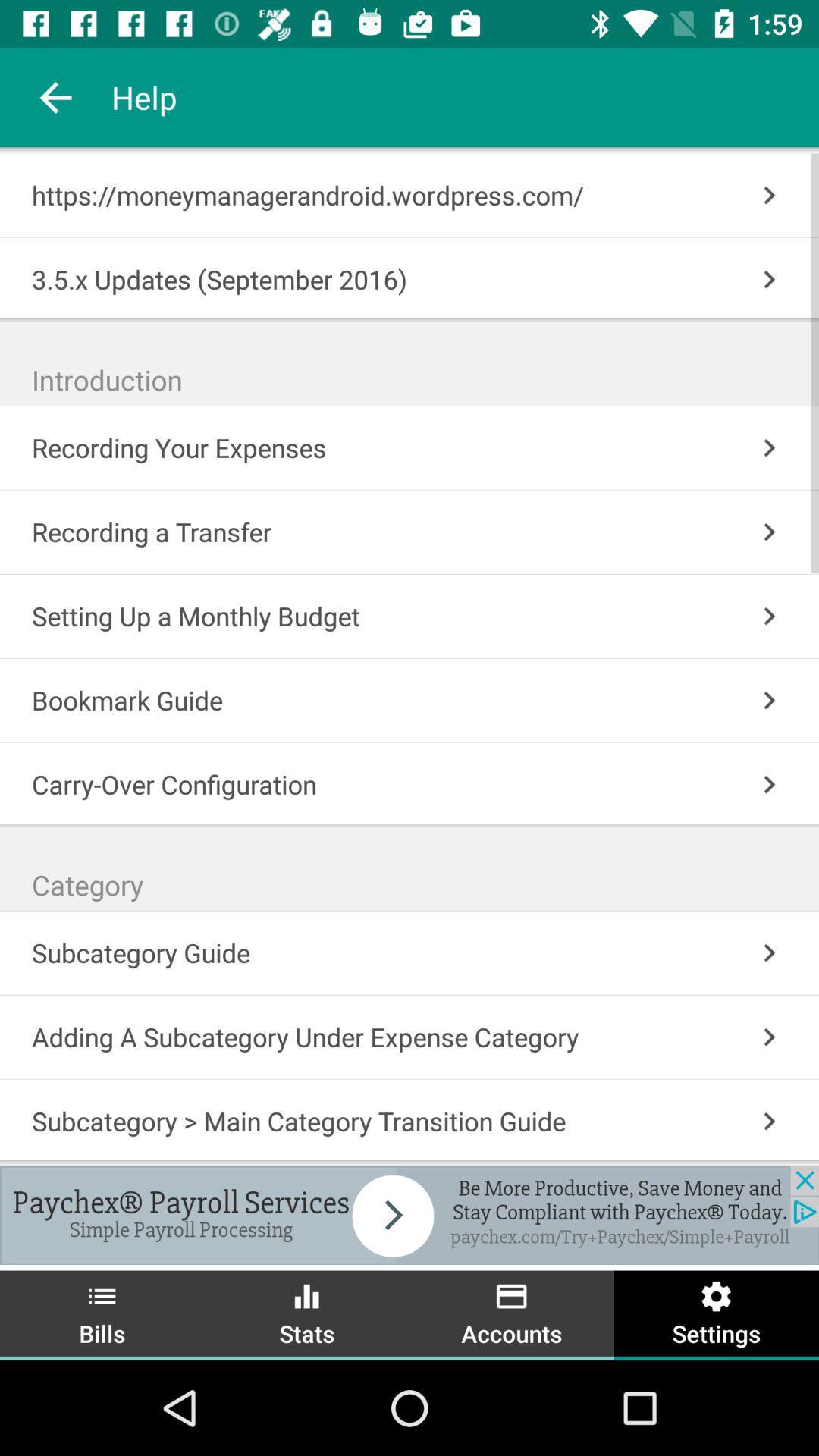 The width and height of the screenshot is (819, 1456). What do you see at coordinates (55, 96) in the screenshot?
I see `the arrow_backward icon` at bounding box center [55, 96].